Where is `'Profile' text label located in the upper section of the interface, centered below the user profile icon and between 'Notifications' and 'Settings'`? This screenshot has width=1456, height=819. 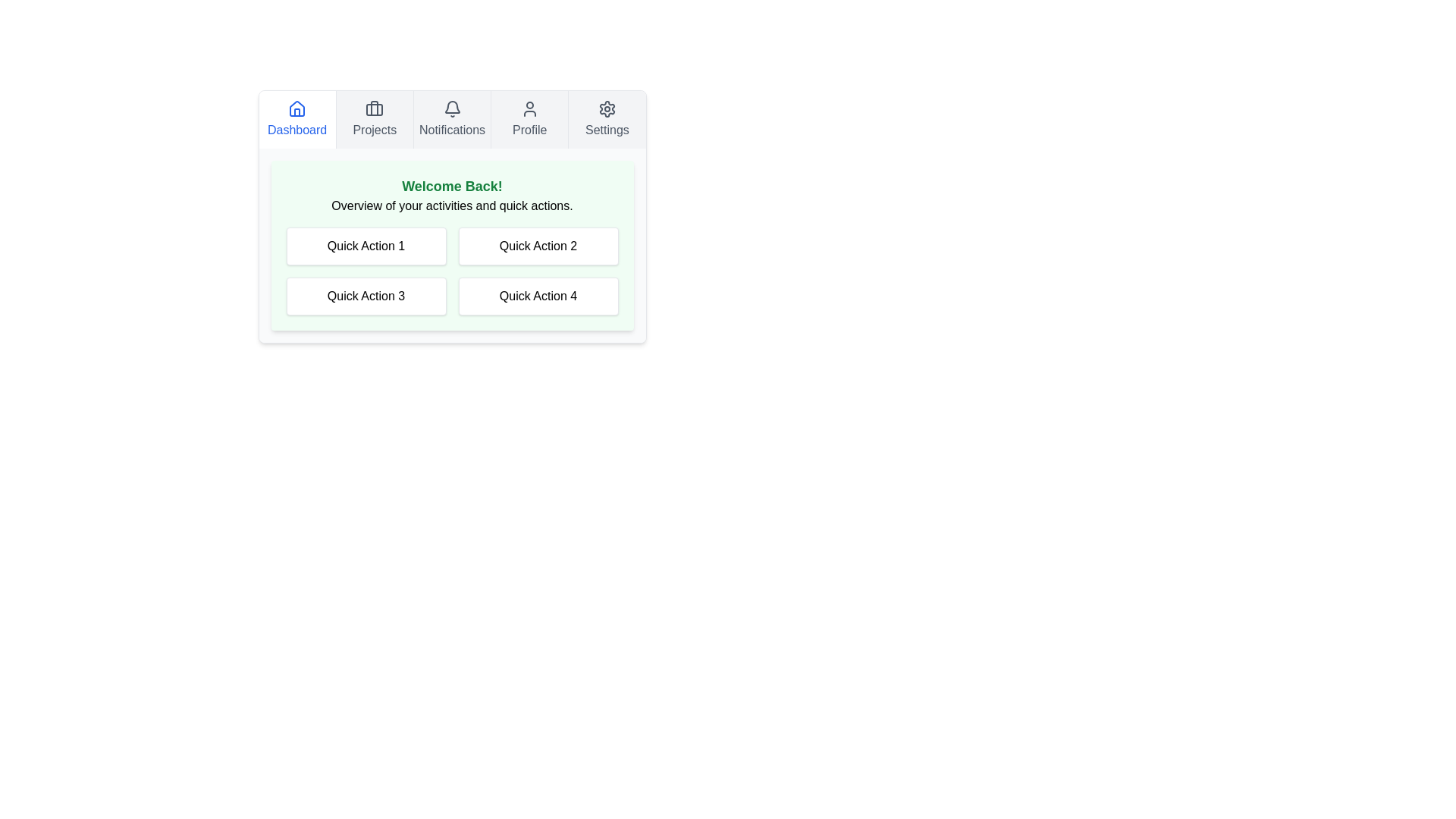
'Profile' text label located in the upper section of the interface, centered below the user profile icon and between 'Notifications' and 'Settings' is located at coordinates (529, 130).